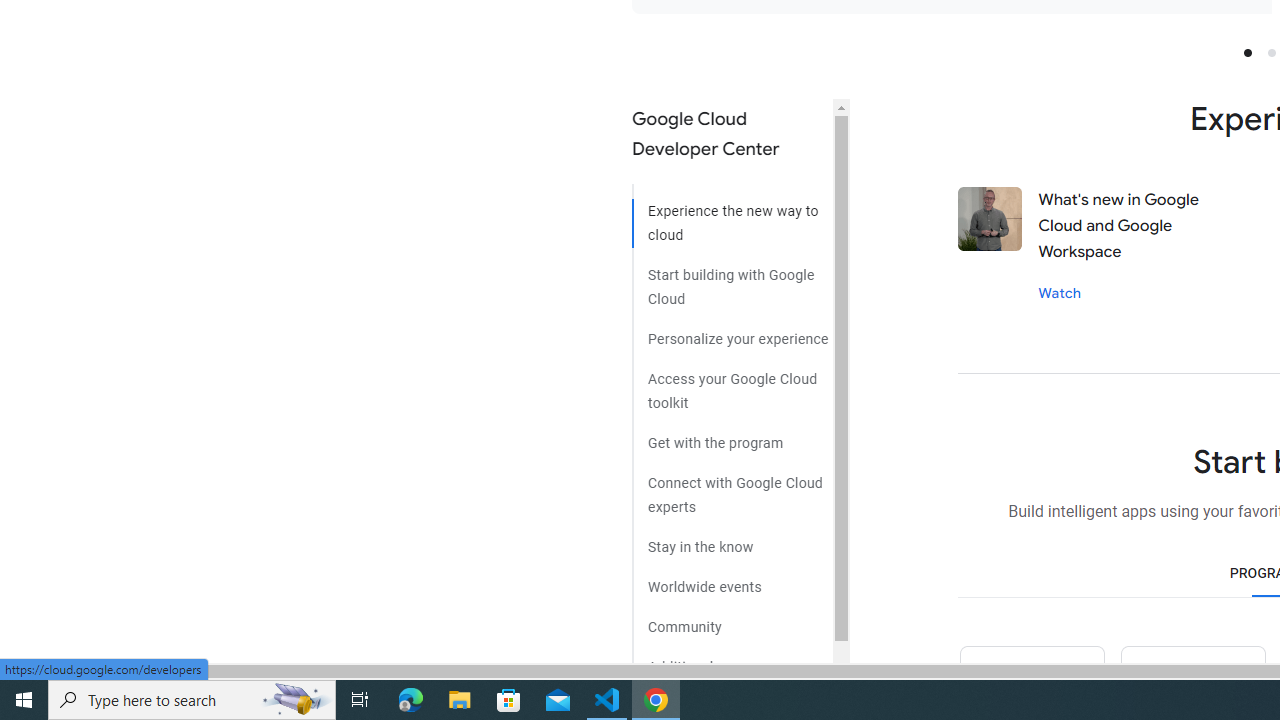 Image resolution: width=1280 pixels, height=720 pixels. Describe the element at coordinates (731, 434) in the screenshot. I see `'Get with the program'` at that location.